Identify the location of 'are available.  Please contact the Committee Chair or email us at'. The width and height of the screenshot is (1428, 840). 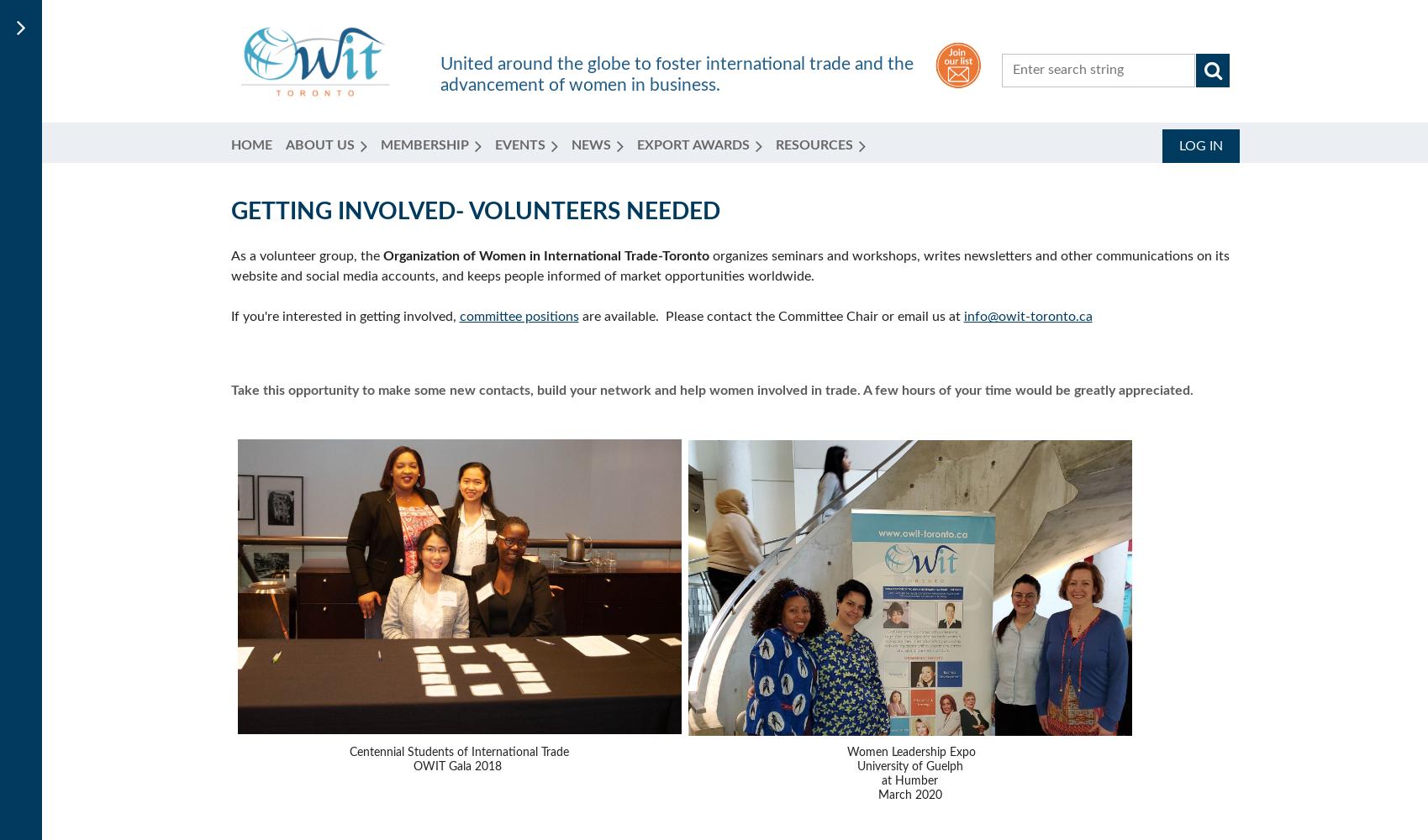
(769, 317).